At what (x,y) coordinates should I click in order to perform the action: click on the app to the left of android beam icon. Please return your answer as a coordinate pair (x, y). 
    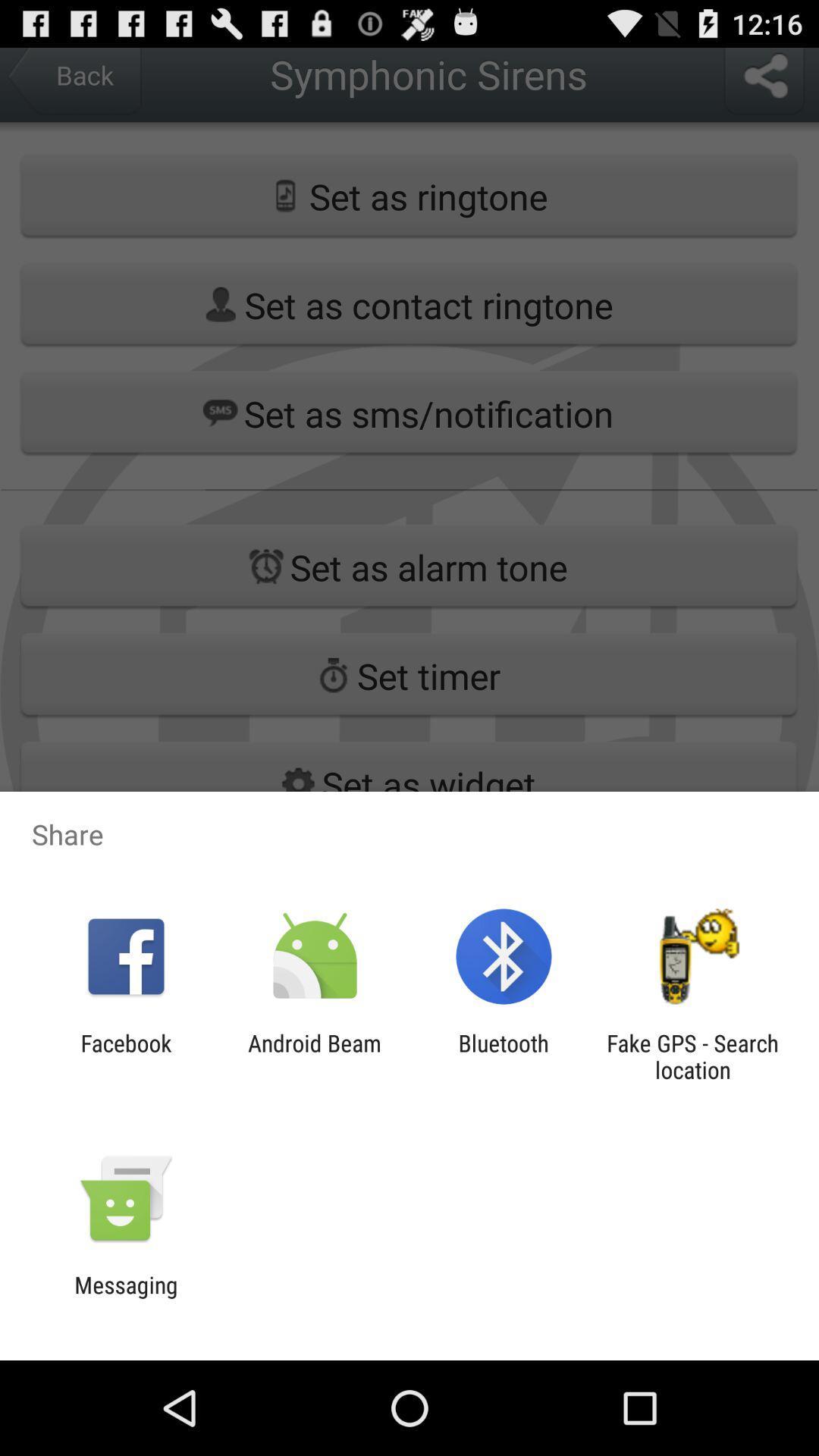
    Looking at the image, I should click on (125, 1056).